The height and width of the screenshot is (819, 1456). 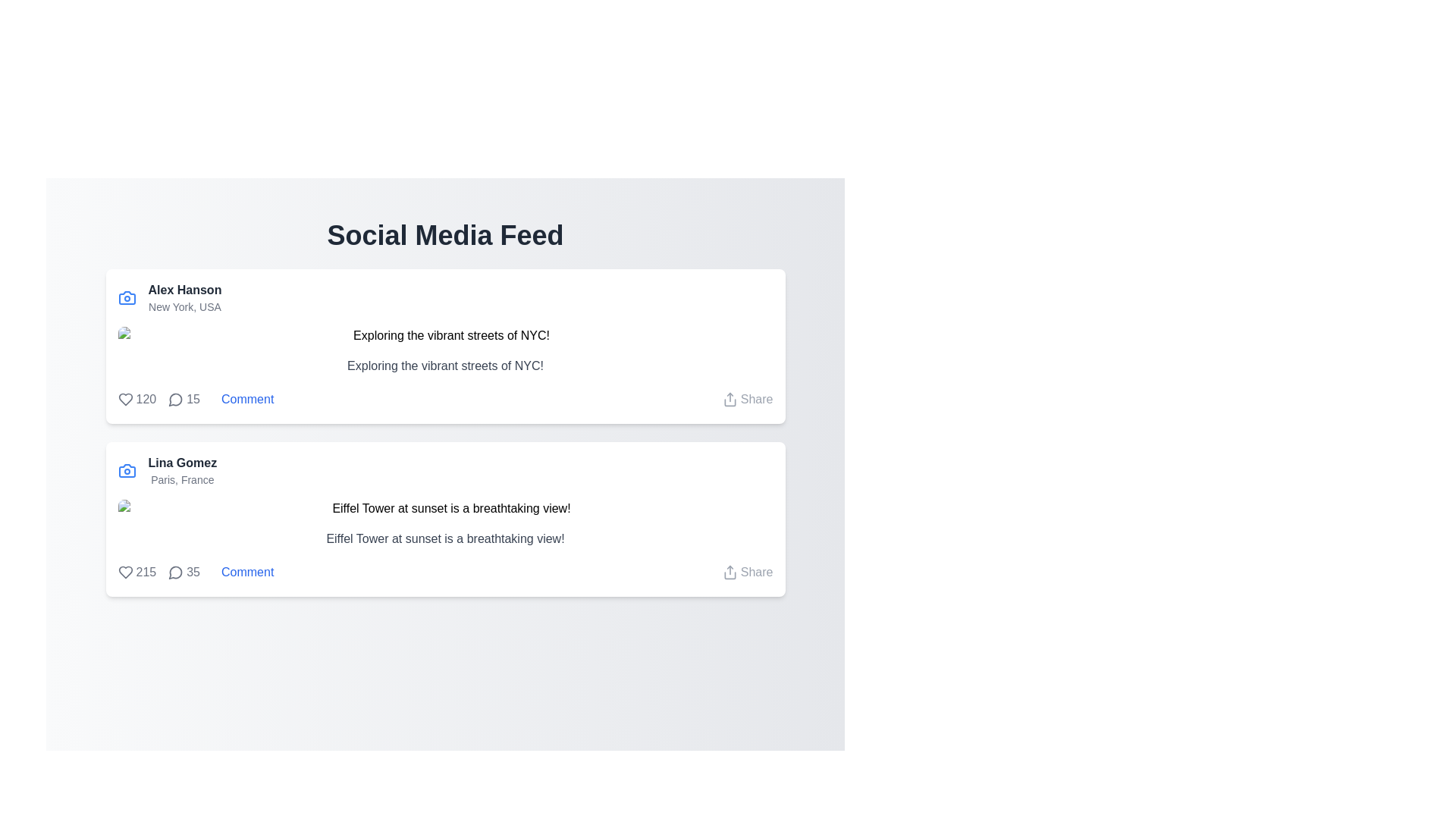 What do you see at coordinates (184, 298) in the screenshot?
I see `text from the user's identification label located at the top-left portion of the user content card in the 'Social Media Feed' page, adjacent to the camera icon on its left` at bounding box center [184, 298].